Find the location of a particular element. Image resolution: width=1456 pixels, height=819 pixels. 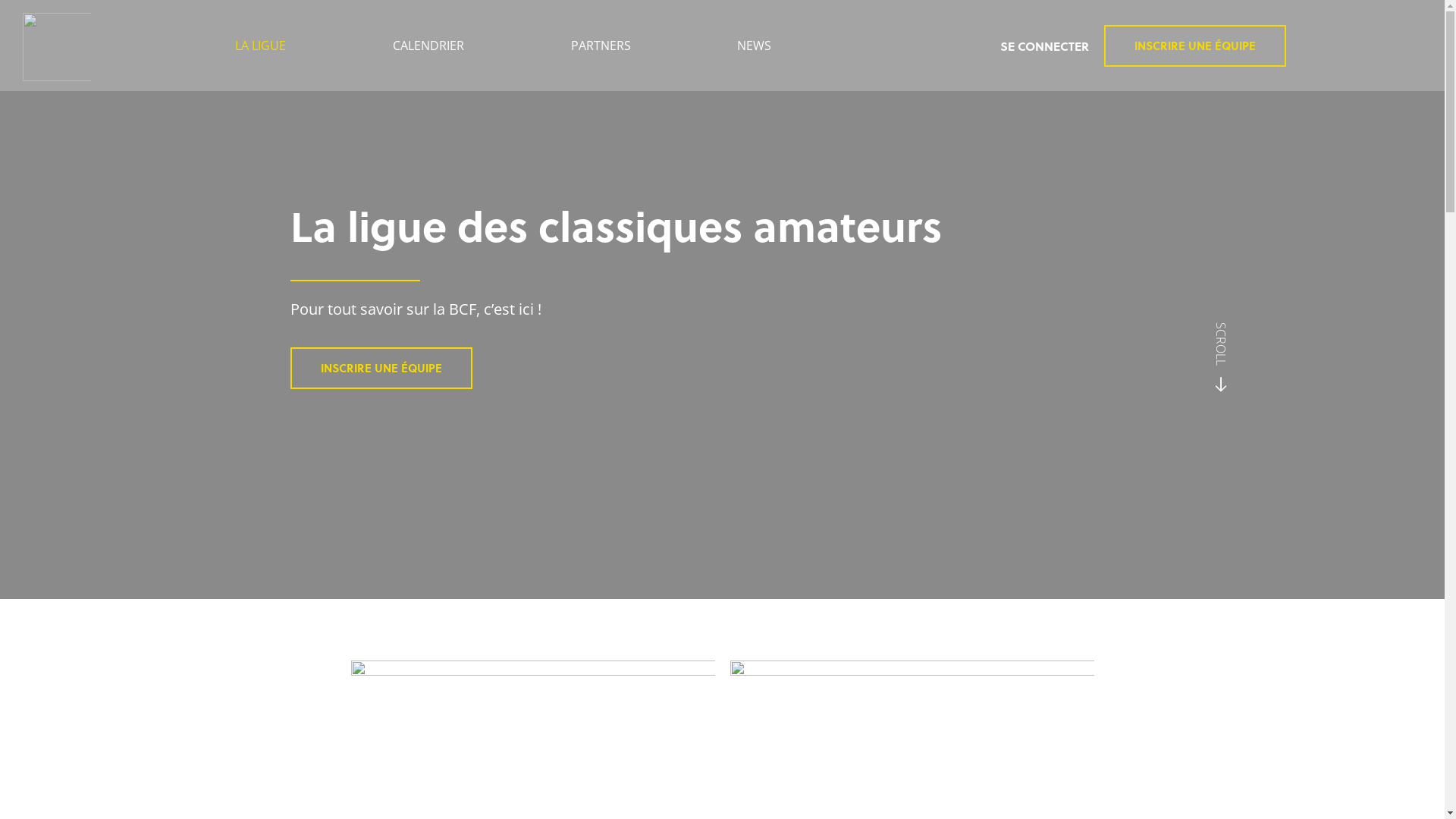

'SE CONNECTER' is located at coordinates (1000, 45).